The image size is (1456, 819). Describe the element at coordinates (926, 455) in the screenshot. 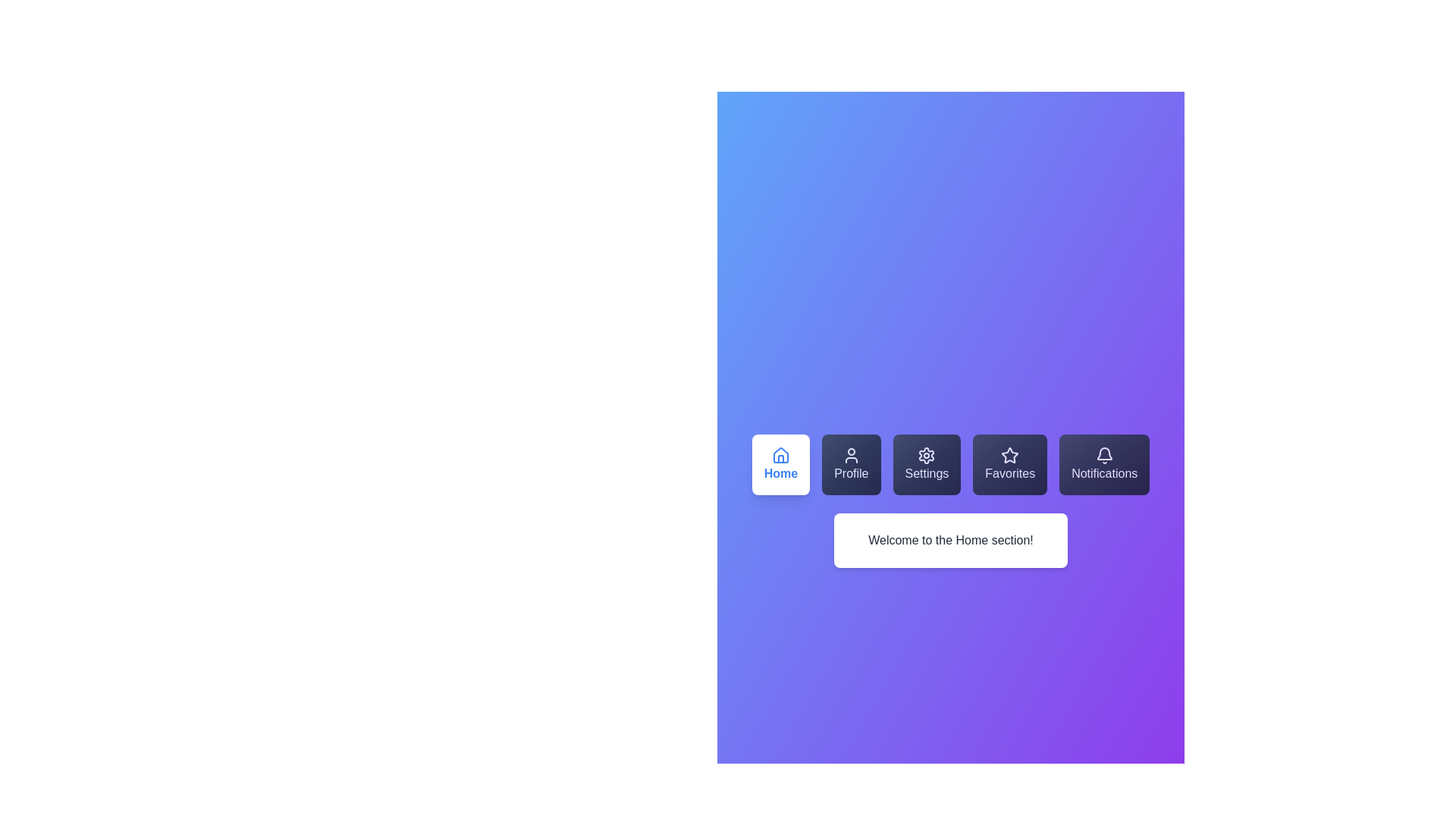

I see `the Settings gear icon located in the middle of the Settings button, which is the third horizontal menu item` at that location.